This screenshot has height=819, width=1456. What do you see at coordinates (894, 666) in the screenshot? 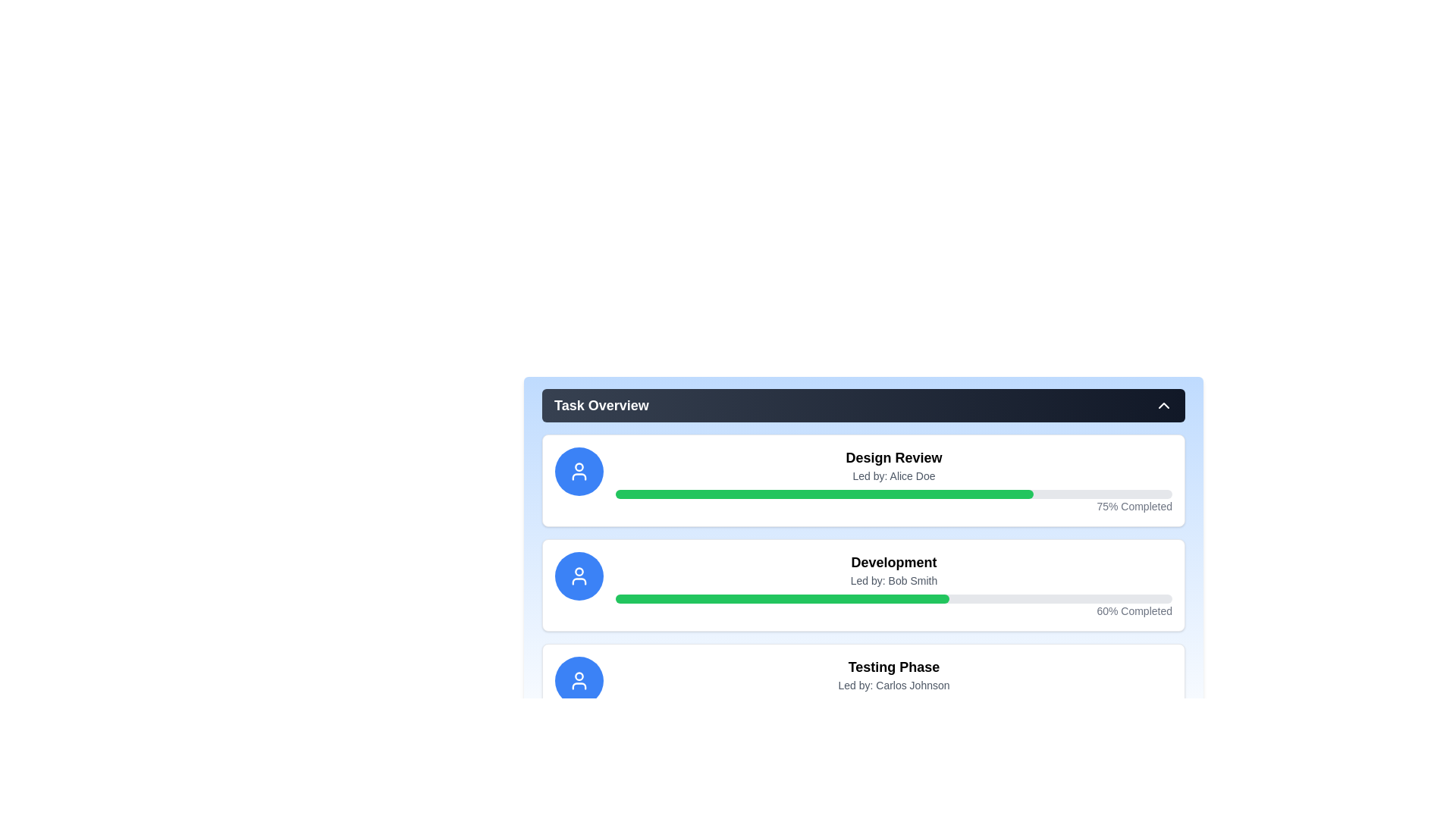
I see `text label conveying the title of the current task phase located at the top of the third task card, above the text 'Led by: Carlos Johnson'` at bounding box center [894, 666].